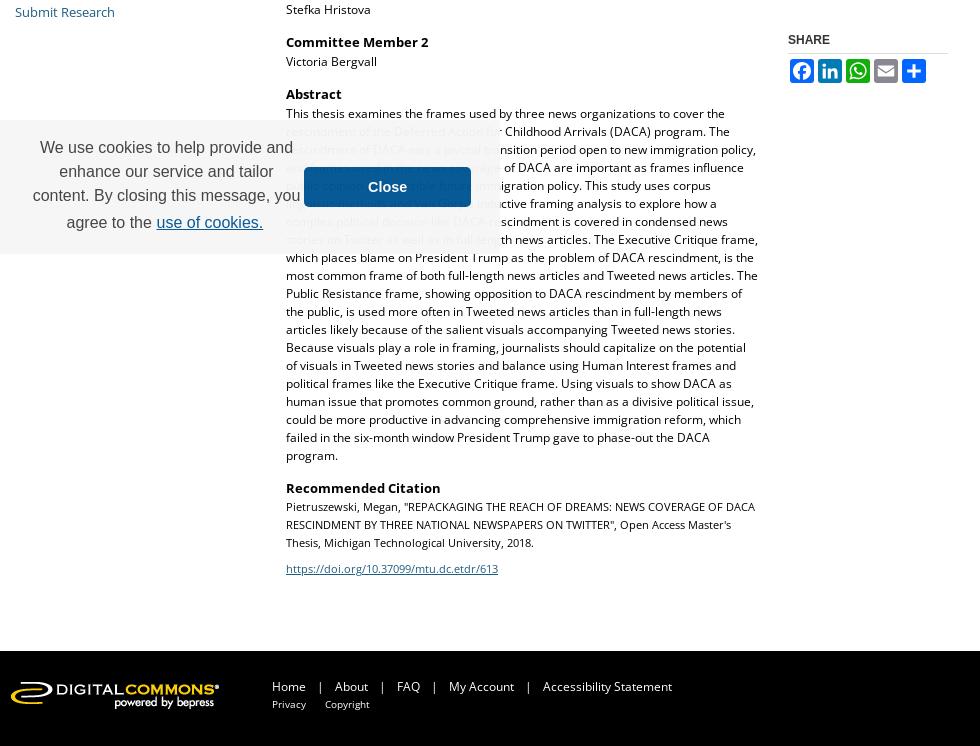  Describe the element at coordinates (328, 9) in the screenshot. I see `'Stefka Hristova'` at that location.